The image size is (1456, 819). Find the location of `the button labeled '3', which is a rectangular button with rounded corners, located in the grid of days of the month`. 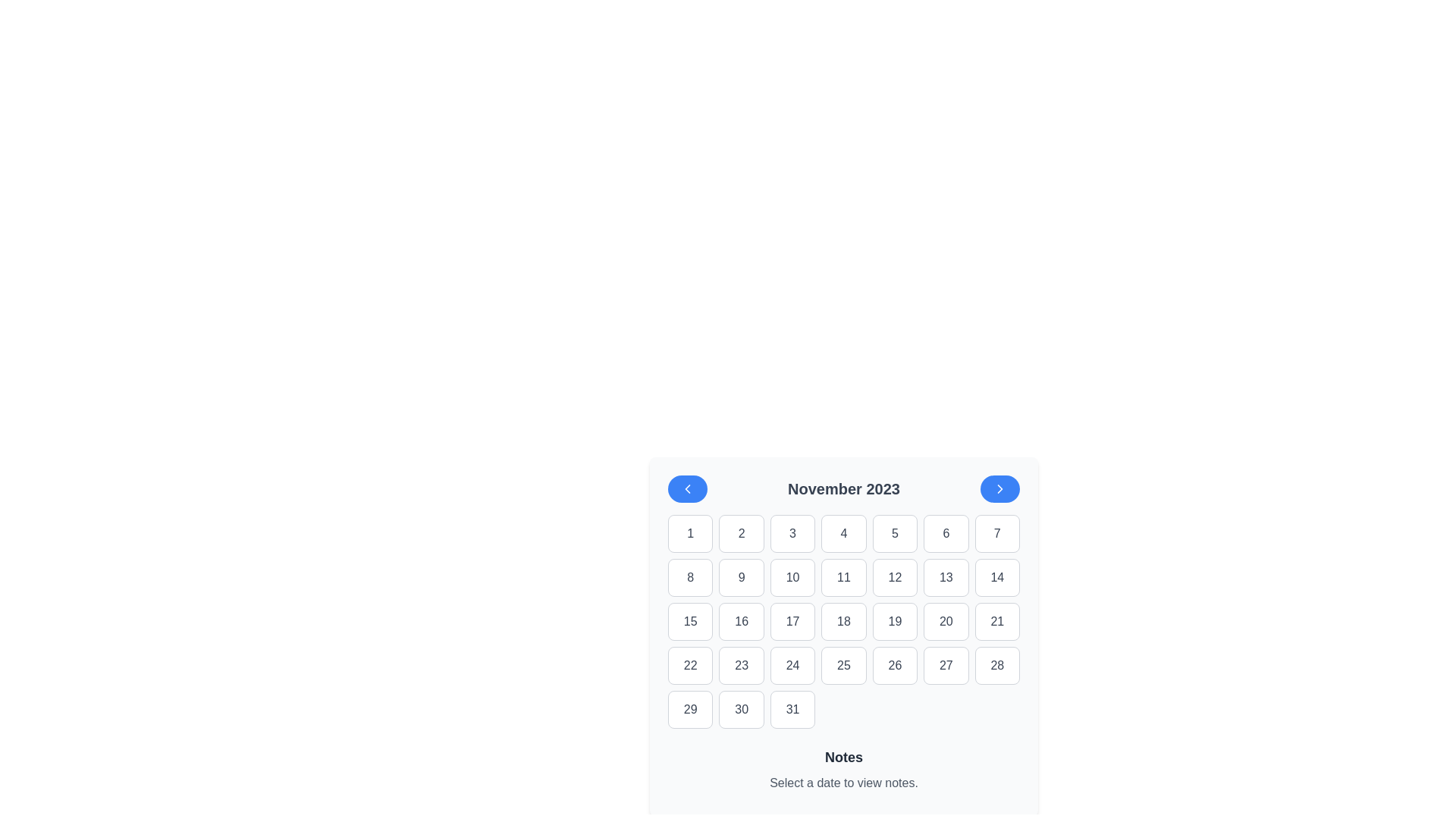

the button labeled '3', which is a rectangular button with rounded corners, located in the grid of days of the month is located at coordinates (792, 533).